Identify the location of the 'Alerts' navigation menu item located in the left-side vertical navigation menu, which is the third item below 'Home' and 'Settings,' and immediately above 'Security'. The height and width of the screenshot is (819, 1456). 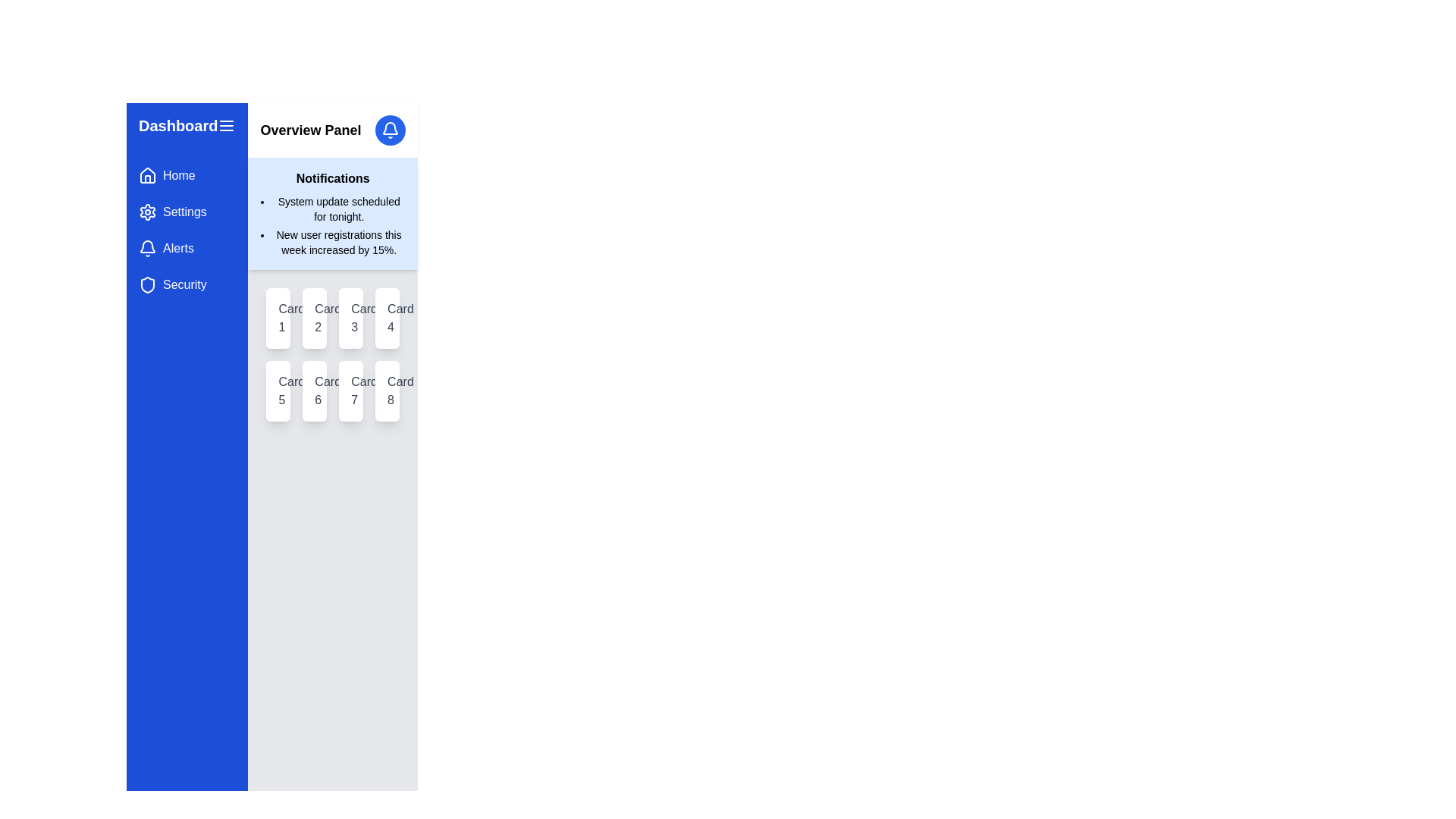
(187, 247).